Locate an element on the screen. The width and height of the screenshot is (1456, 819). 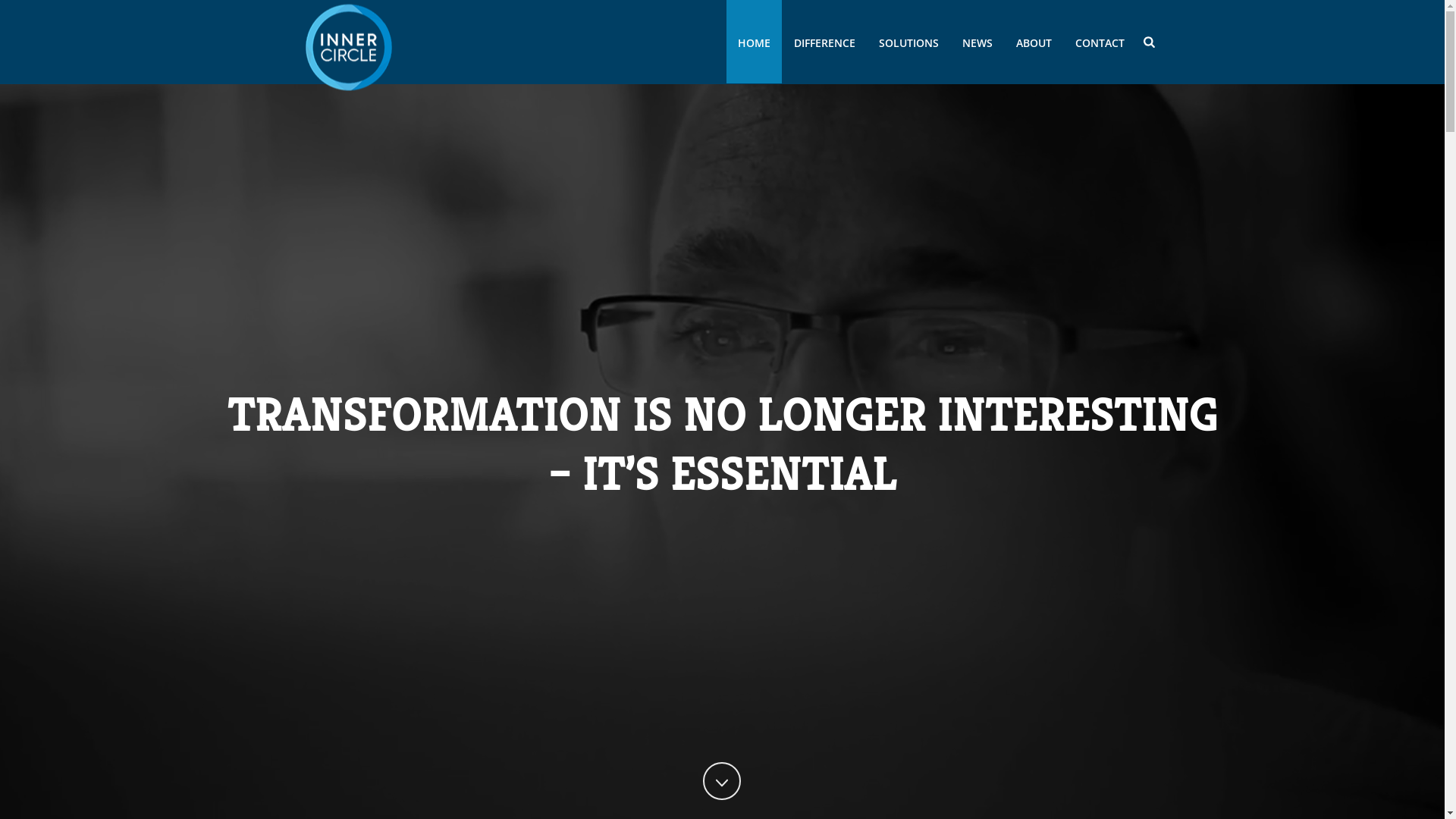
'CONTACT' is located at coordinates (1100, 40).